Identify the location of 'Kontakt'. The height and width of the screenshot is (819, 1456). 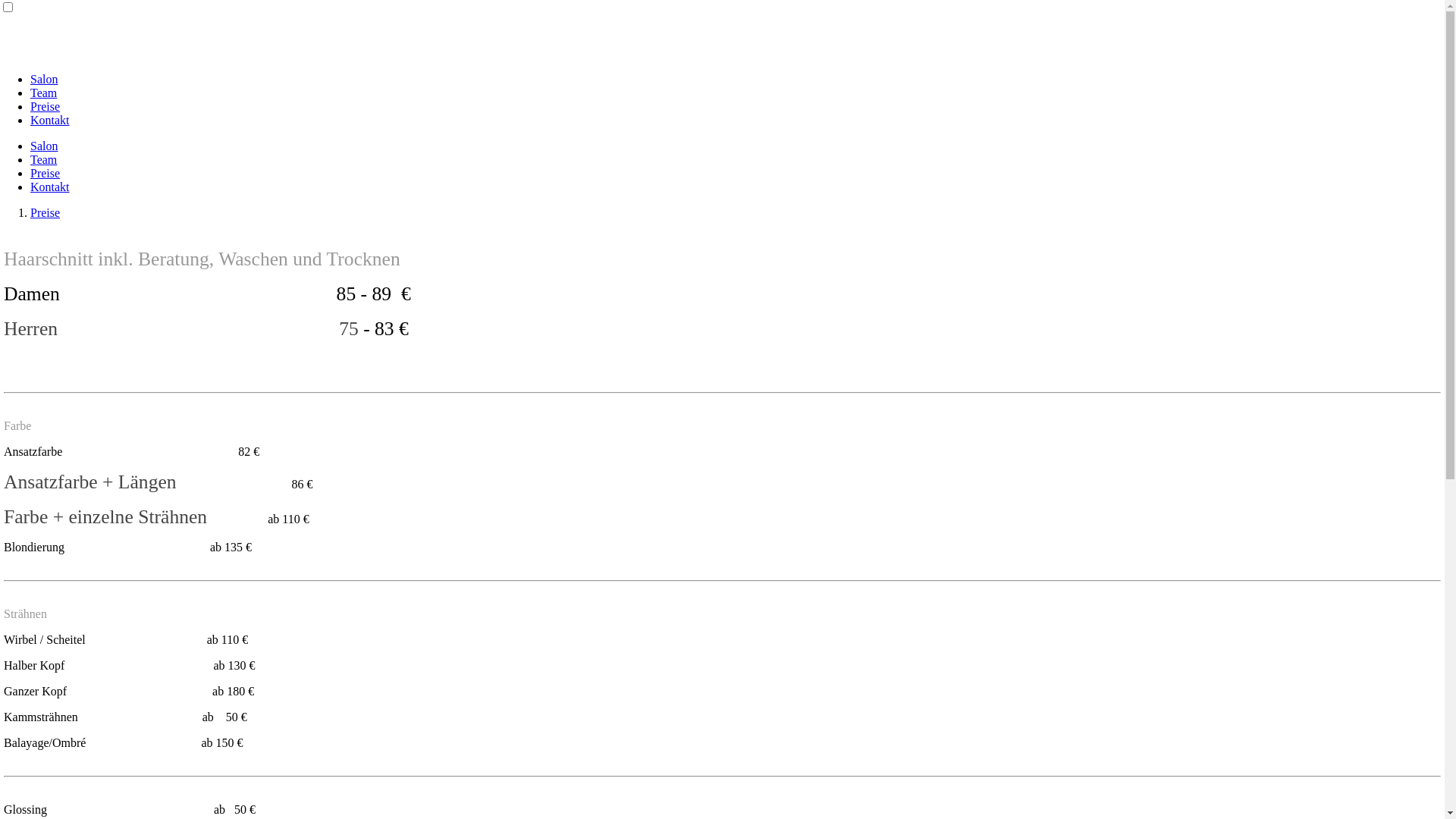
(50, 186).